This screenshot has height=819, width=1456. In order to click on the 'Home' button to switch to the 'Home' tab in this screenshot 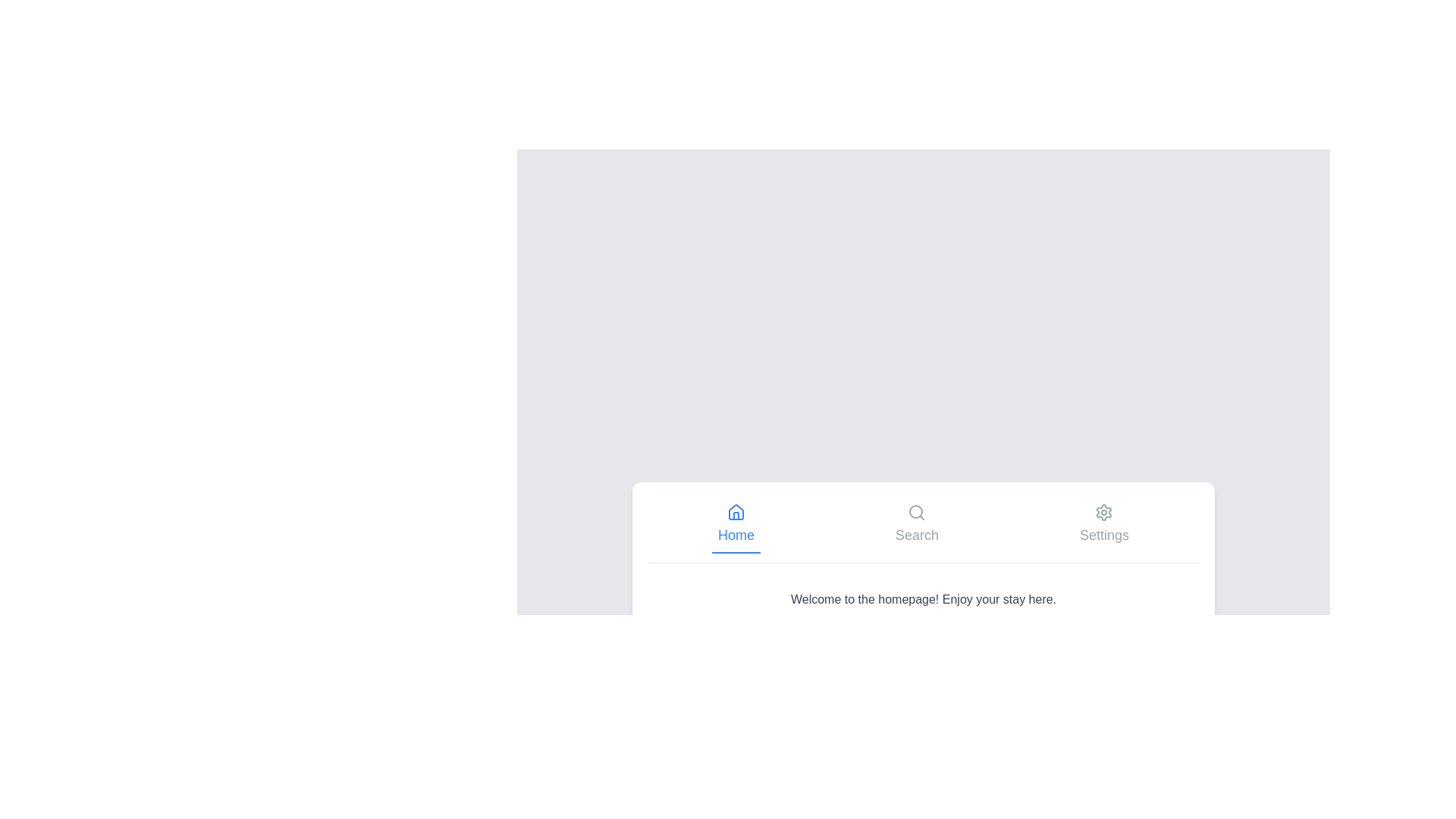, I will do `click(735, 523)`.